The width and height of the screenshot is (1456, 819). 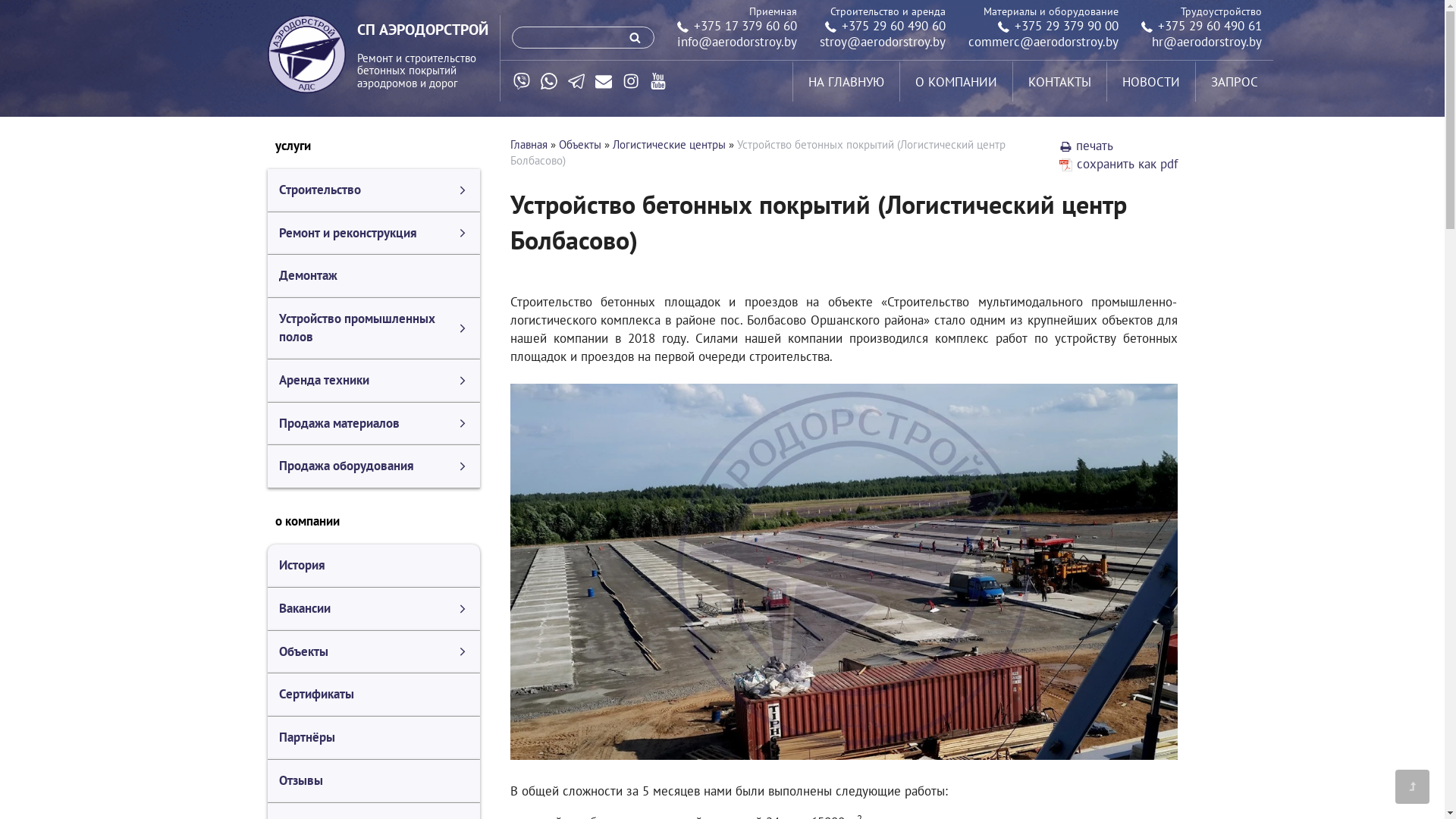 I want to click on 'stroy@aerodorstroy.by', so click(x=881, y=40).